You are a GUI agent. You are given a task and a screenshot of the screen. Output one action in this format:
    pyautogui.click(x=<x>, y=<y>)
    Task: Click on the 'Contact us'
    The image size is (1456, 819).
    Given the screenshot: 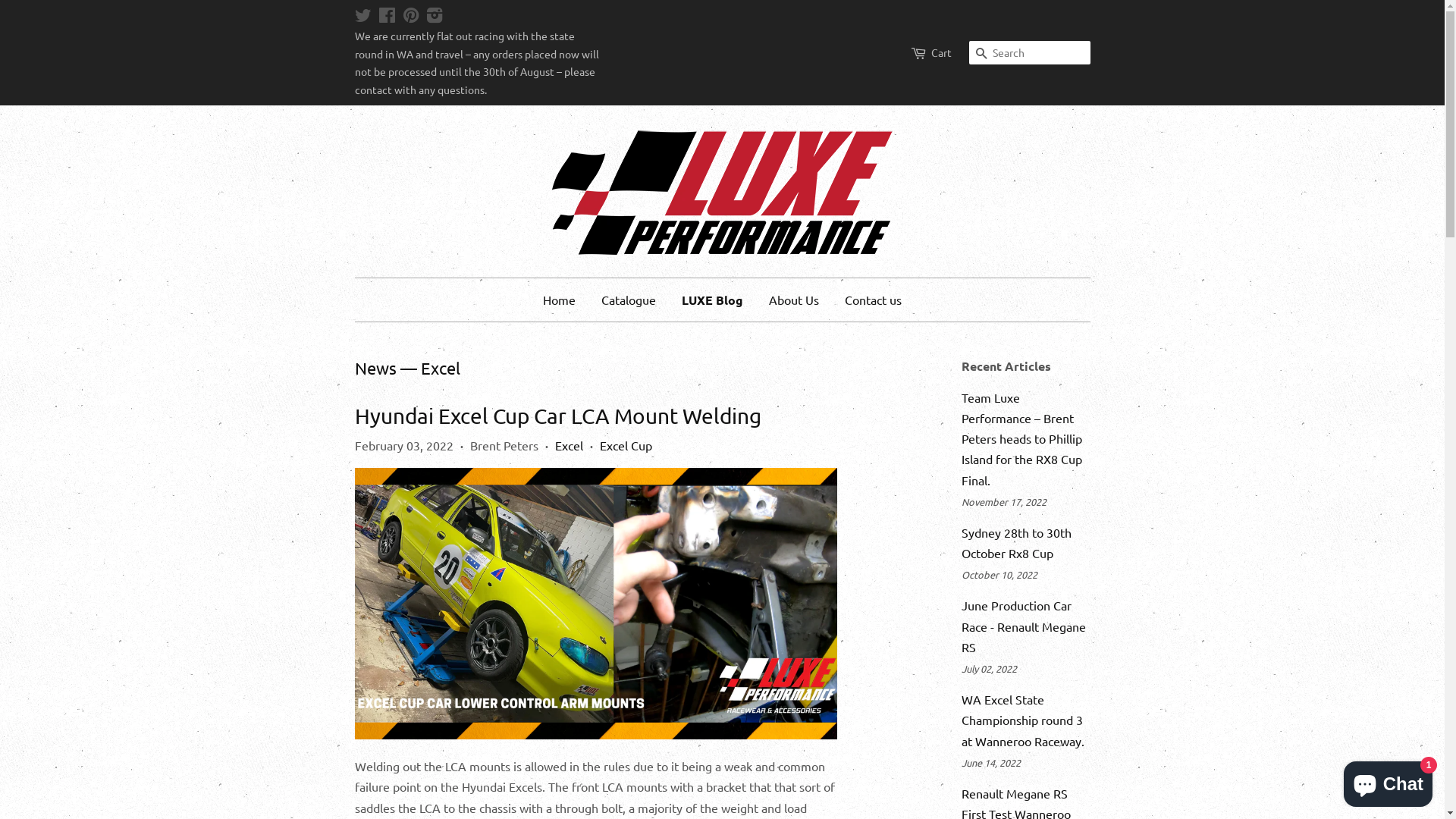 What is the action you would take?
    pyautogui.click(x=867, y=300)
    